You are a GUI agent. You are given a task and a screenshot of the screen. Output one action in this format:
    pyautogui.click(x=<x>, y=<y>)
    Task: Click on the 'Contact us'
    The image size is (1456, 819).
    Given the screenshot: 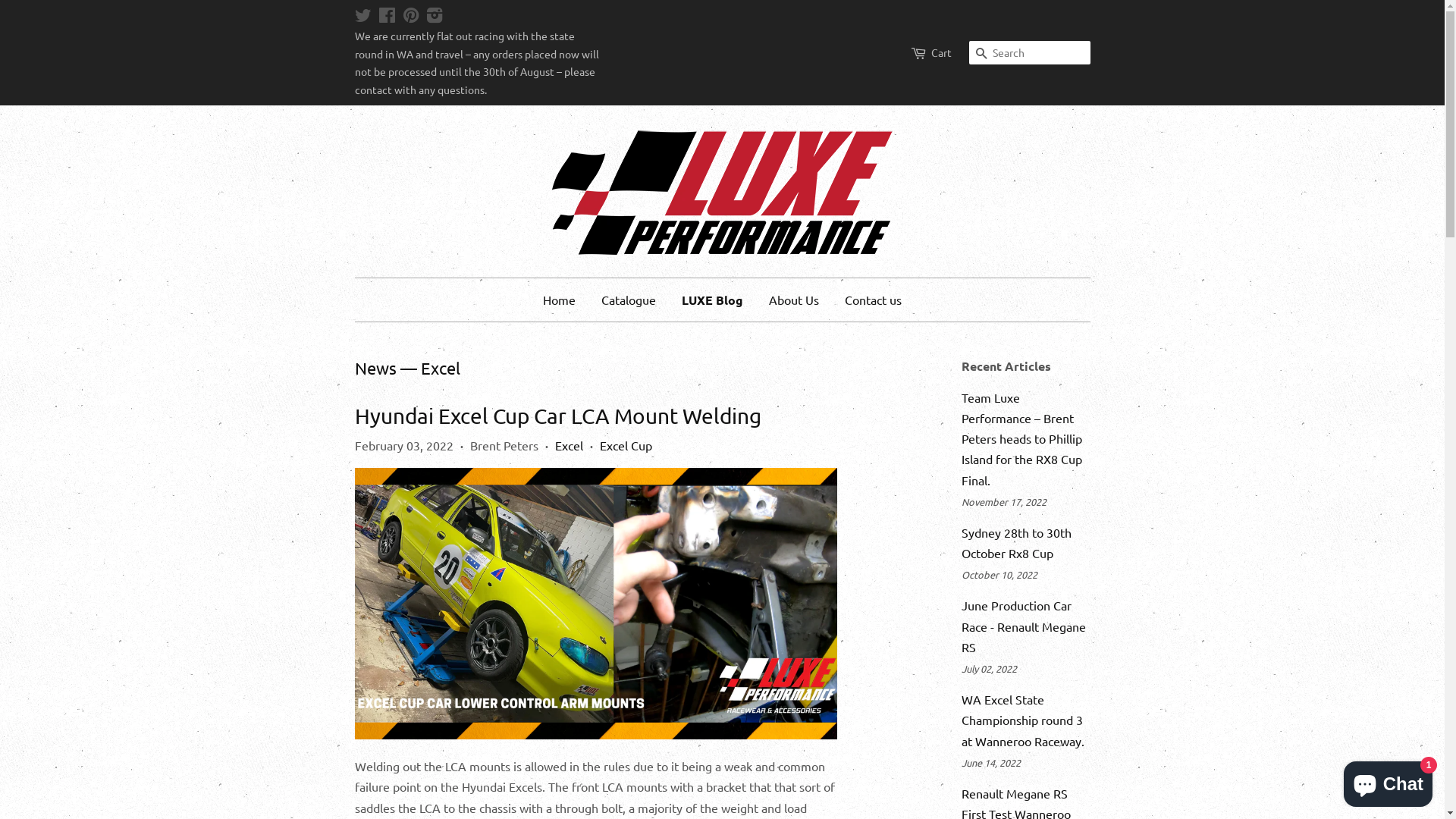 What is the action you would take?
    pyautogui.click(x=867, y=300)
    